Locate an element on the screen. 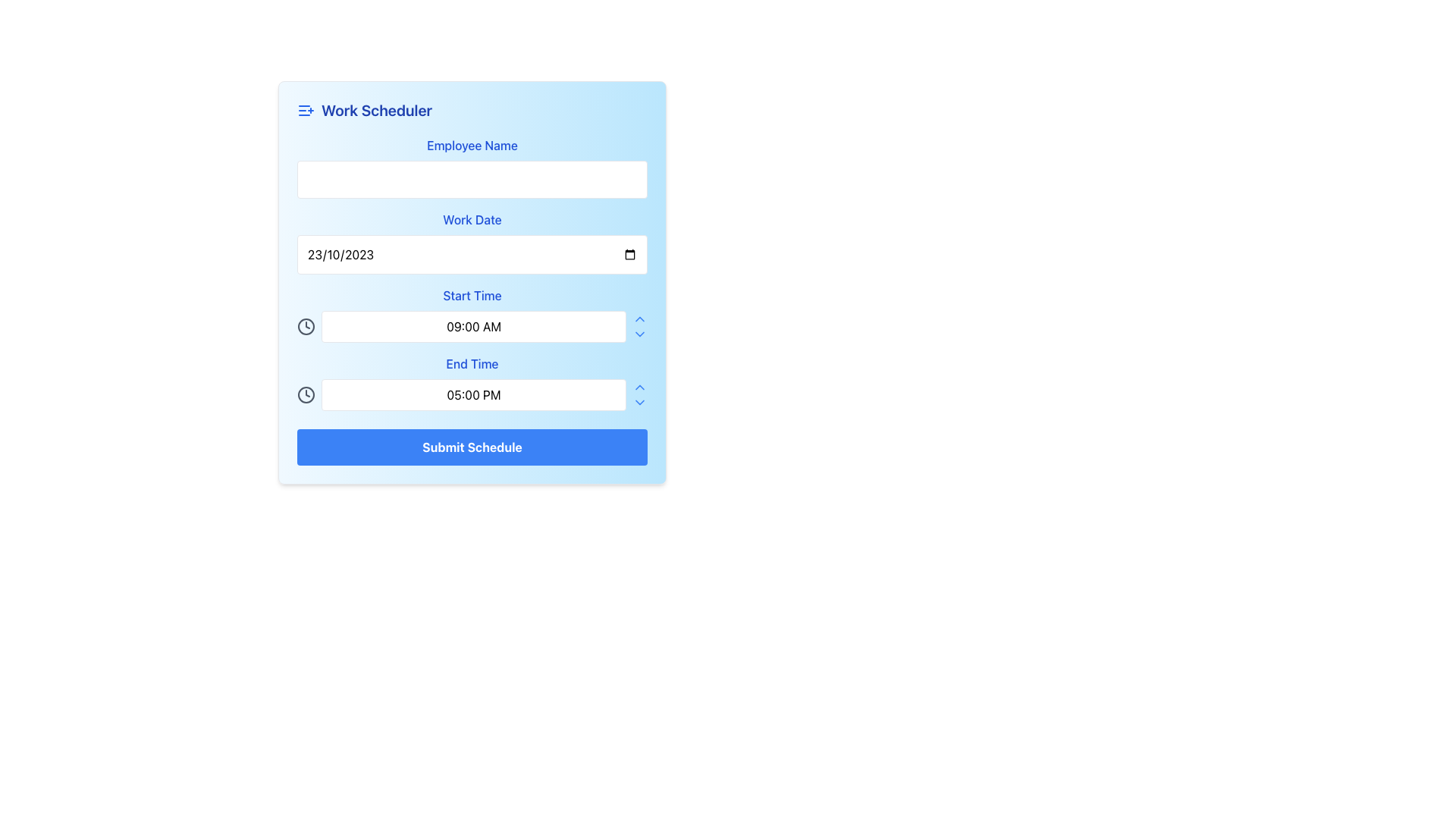 The image size is (1456, 819). the third text label in the 'Work Scheduler' section, which describes the purpose of the date input field below it is located at coordinates (472, 219).